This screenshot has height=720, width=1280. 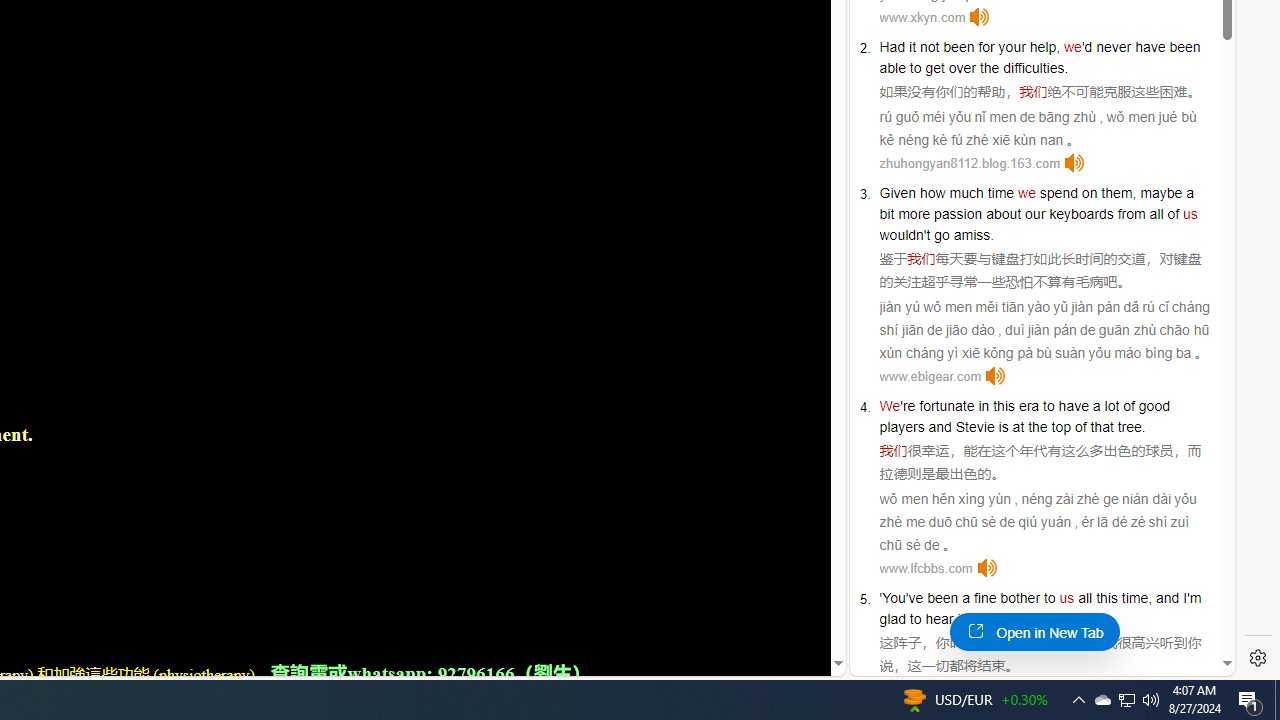 I want to click on ''', so click(x=880, y=596).